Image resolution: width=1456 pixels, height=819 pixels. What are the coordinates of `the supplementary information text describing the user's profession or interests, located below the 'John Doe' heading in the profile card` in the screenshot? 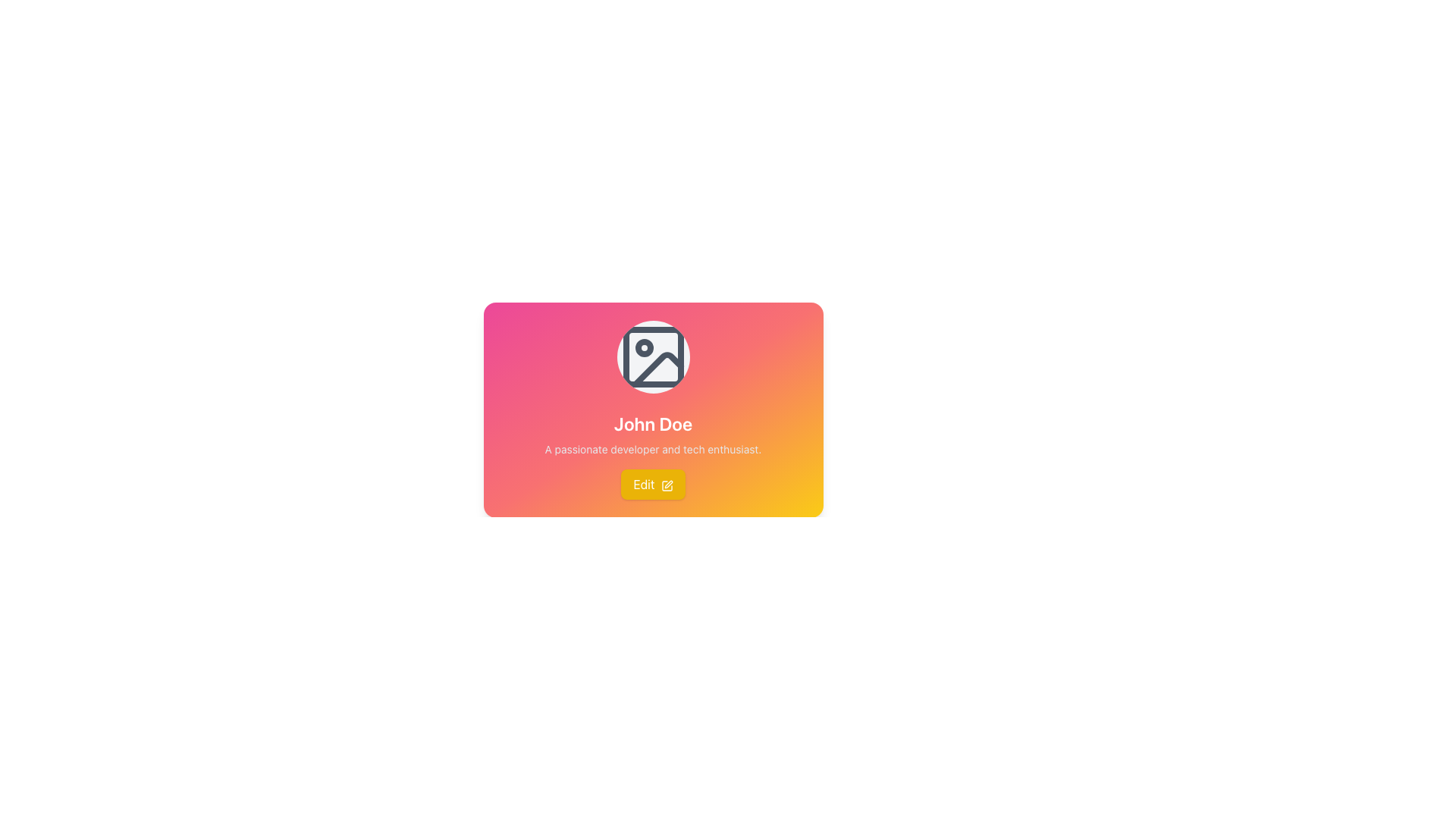 It's located at (653, 449).